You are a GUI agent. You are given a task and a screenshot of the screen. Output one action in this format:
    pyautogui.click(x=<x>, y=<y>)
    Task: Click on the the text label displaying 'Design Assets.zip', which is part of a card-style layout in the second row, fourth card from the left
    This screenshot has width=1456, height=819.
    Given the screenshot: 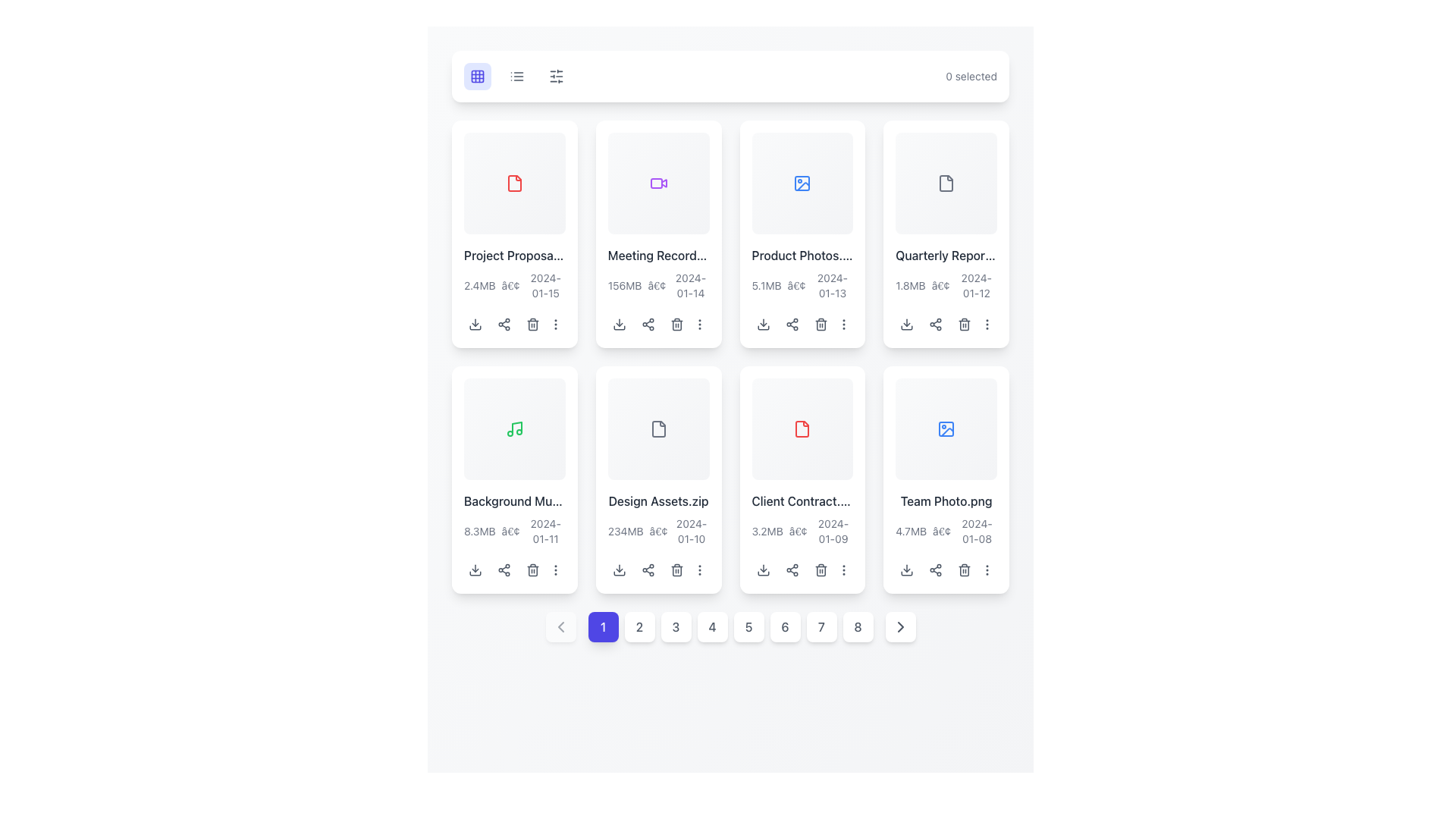 What is the action you would take?
    pyautogui.click(x=658, y=500)
    